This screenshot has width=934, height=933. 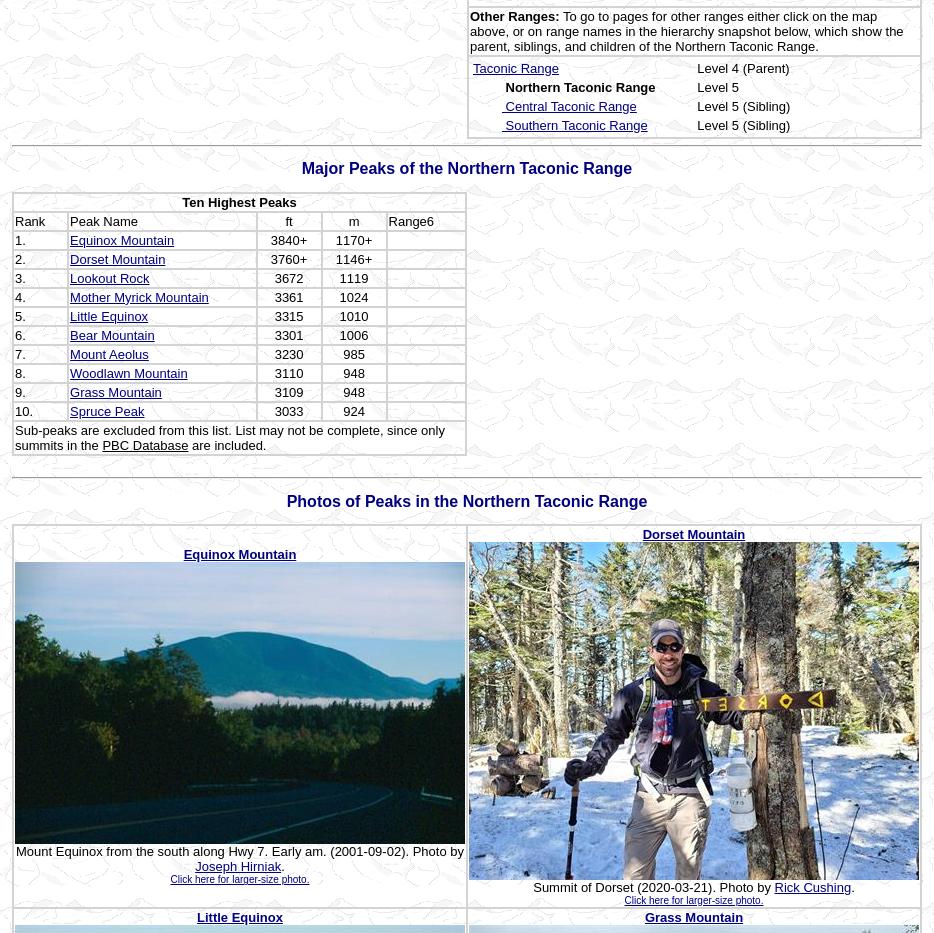 What do you see at coordinates (18, 277) in the screenshot?
I see `'3.'` at bounding box center [18, 277].